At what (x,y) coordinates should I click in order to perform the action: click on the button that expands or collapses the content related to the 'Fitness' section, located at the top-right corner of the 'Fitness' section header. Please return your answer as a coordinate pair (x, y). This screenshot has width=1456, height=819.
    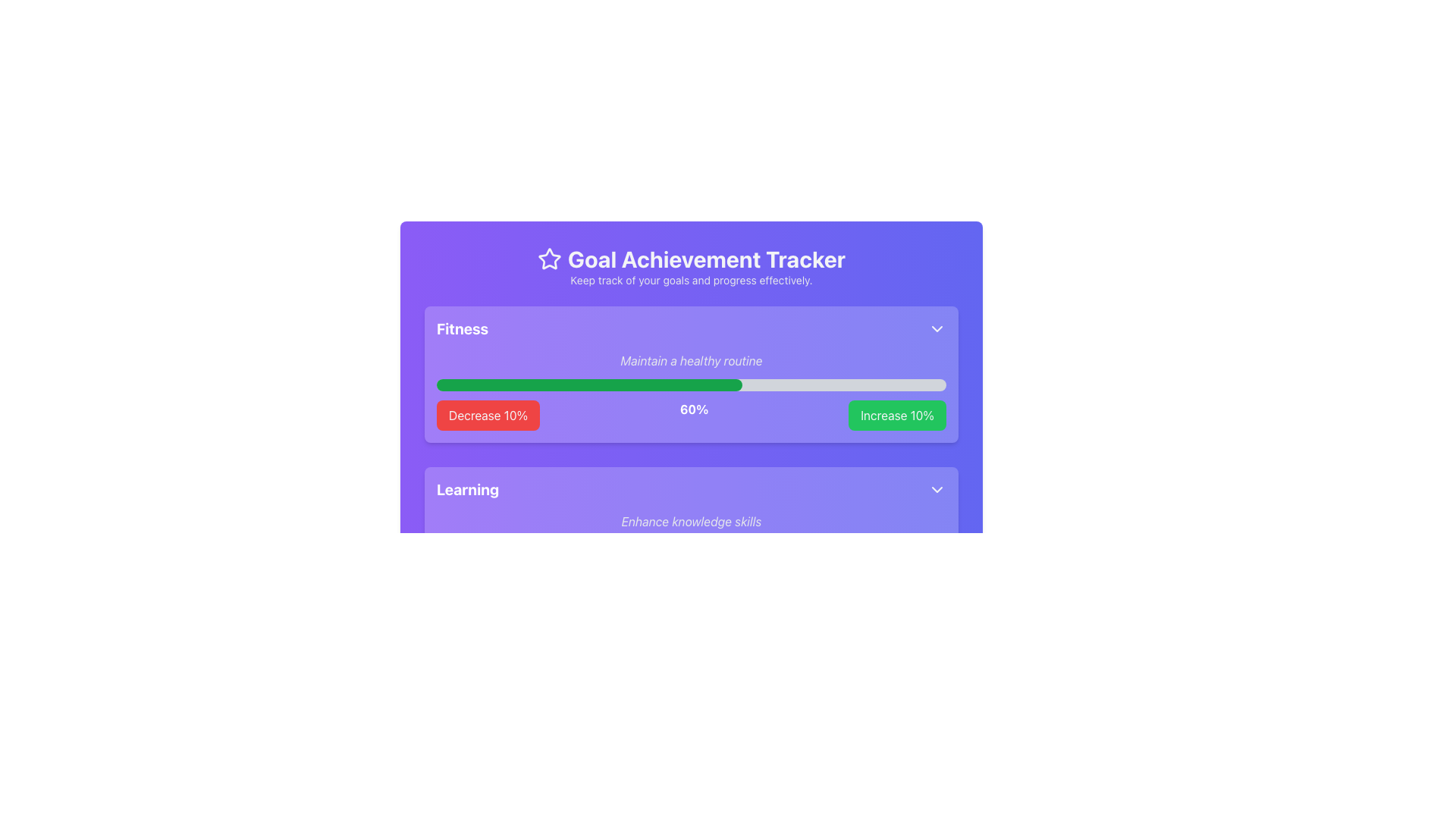
    Looking at the image, I should click on (937, 328).